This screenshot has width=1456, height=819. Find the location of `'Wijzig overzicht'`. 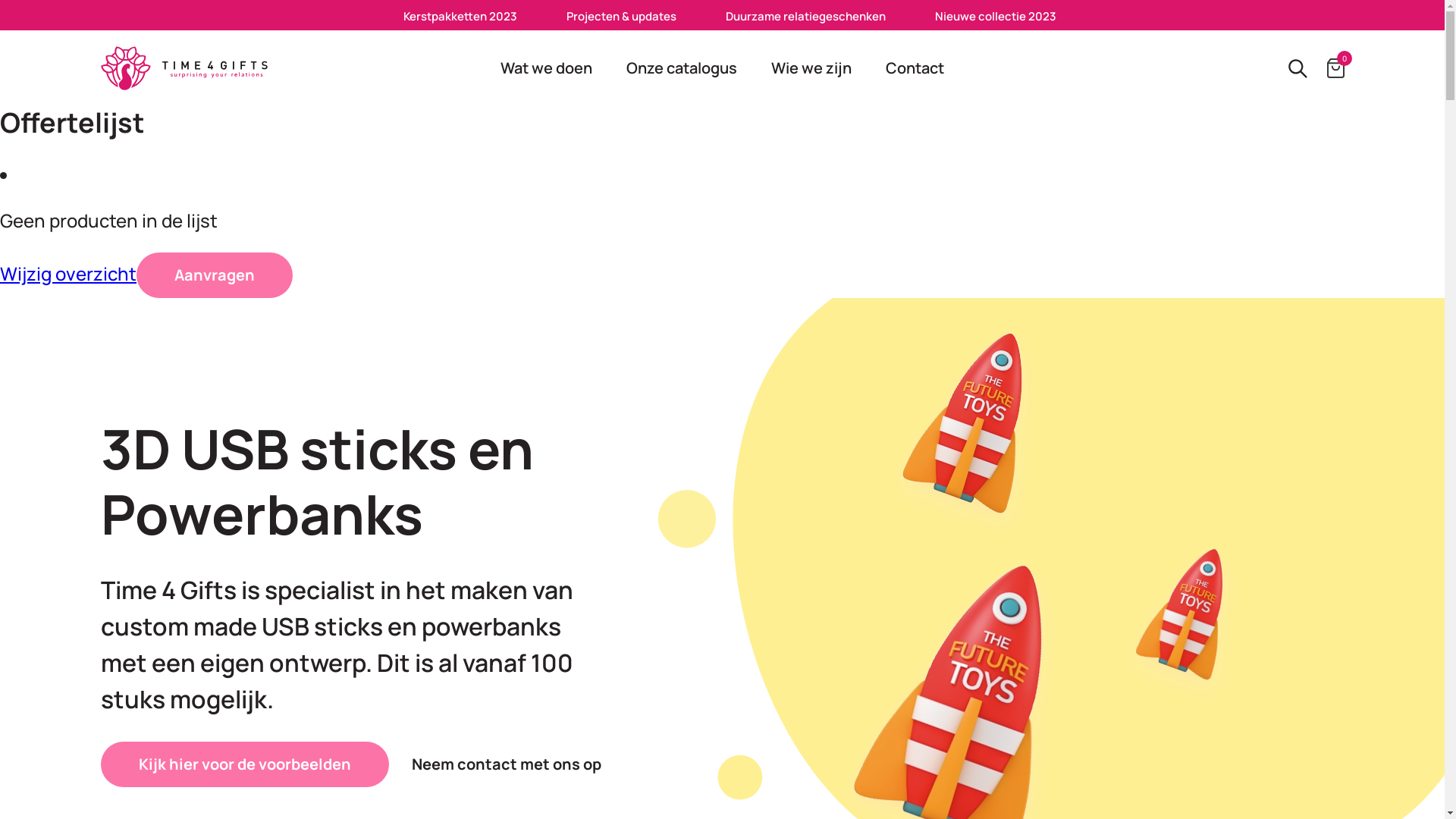

'Wijzig overzicht' is located at coordinates (0, 273).